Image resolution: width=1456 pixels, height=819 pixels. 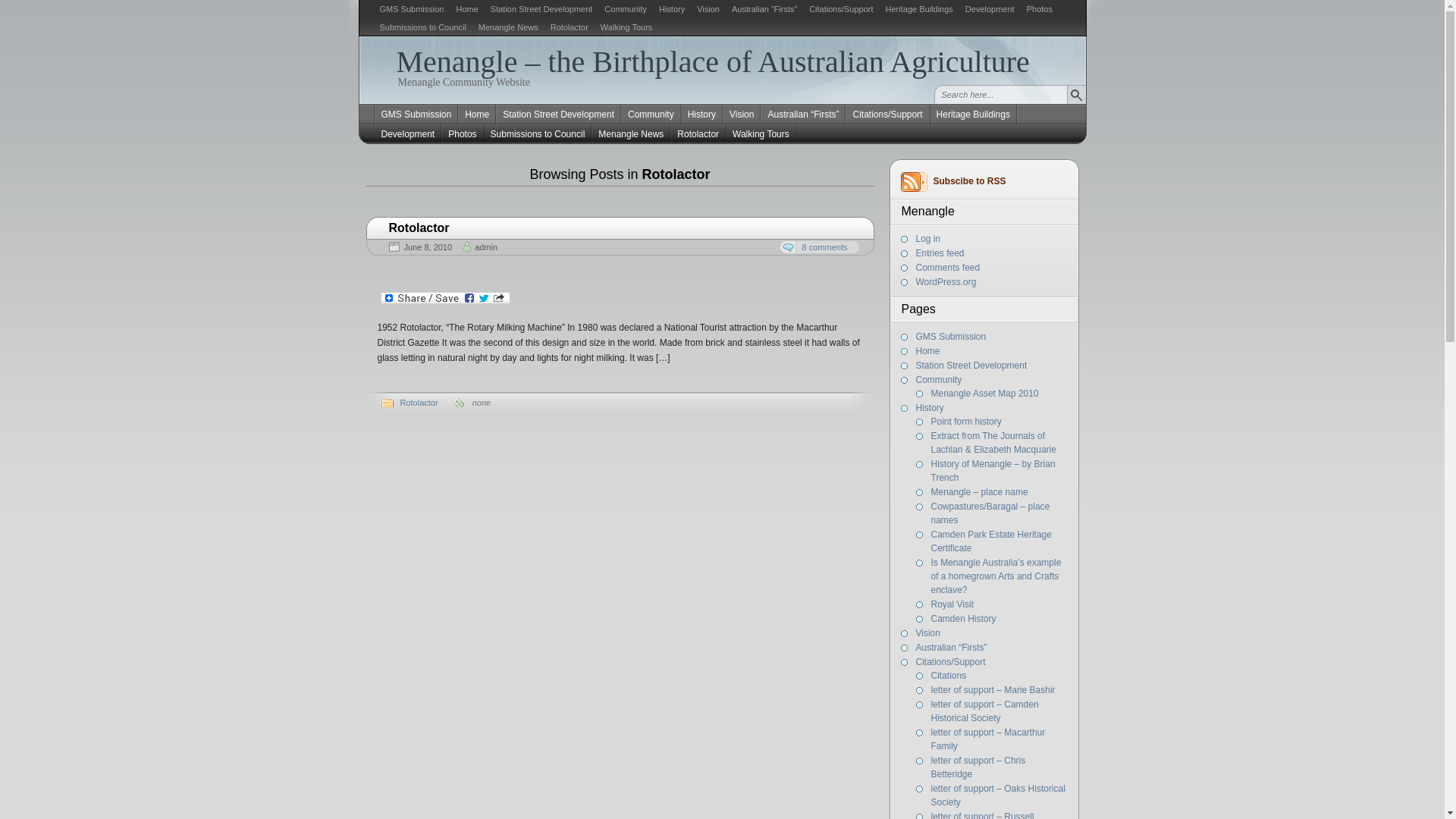 I want to click on 'Development', so click(x=407, y=133).